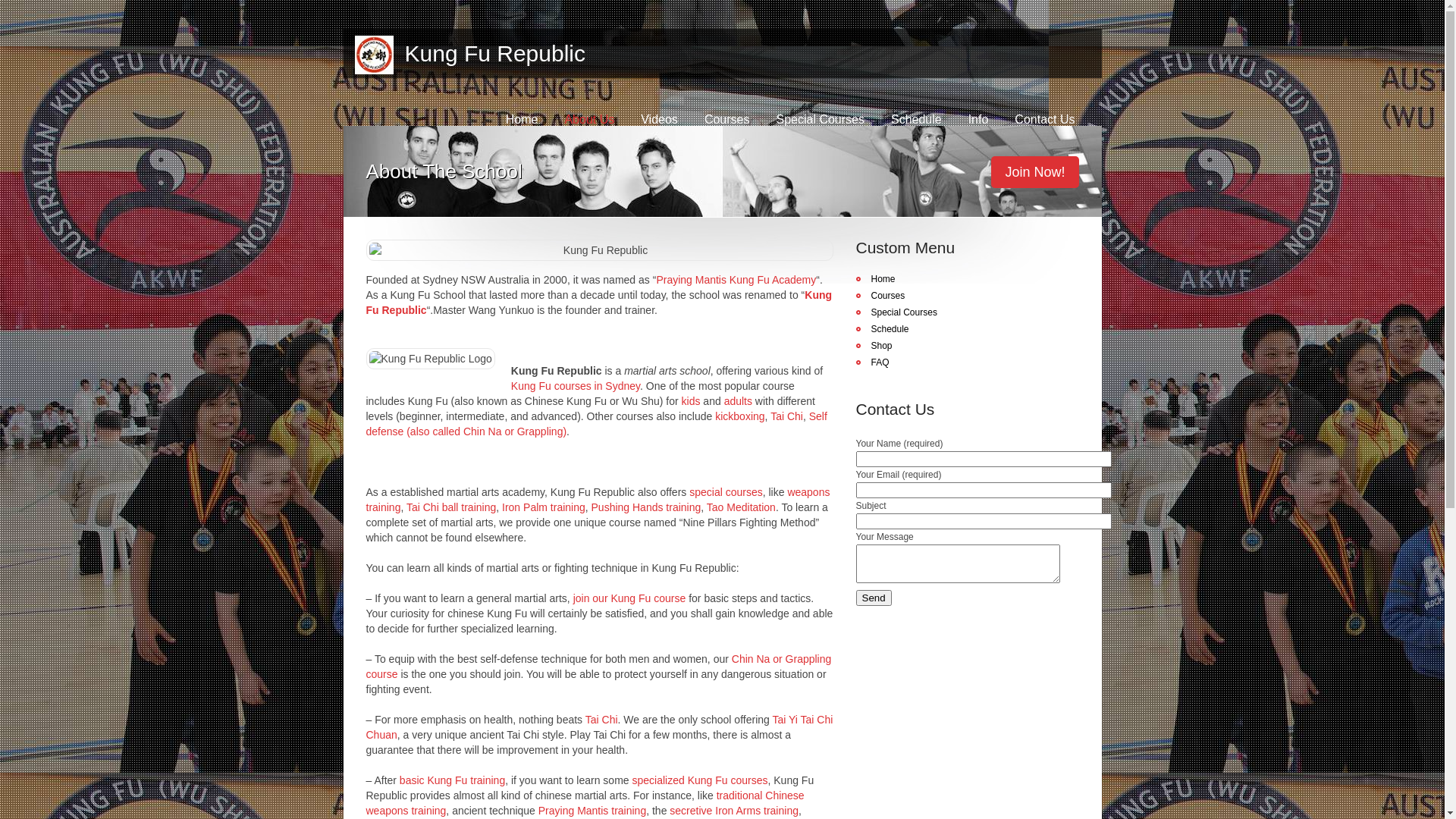  I want to click on 'specialized Kung Fu courses', so click(632, 780).